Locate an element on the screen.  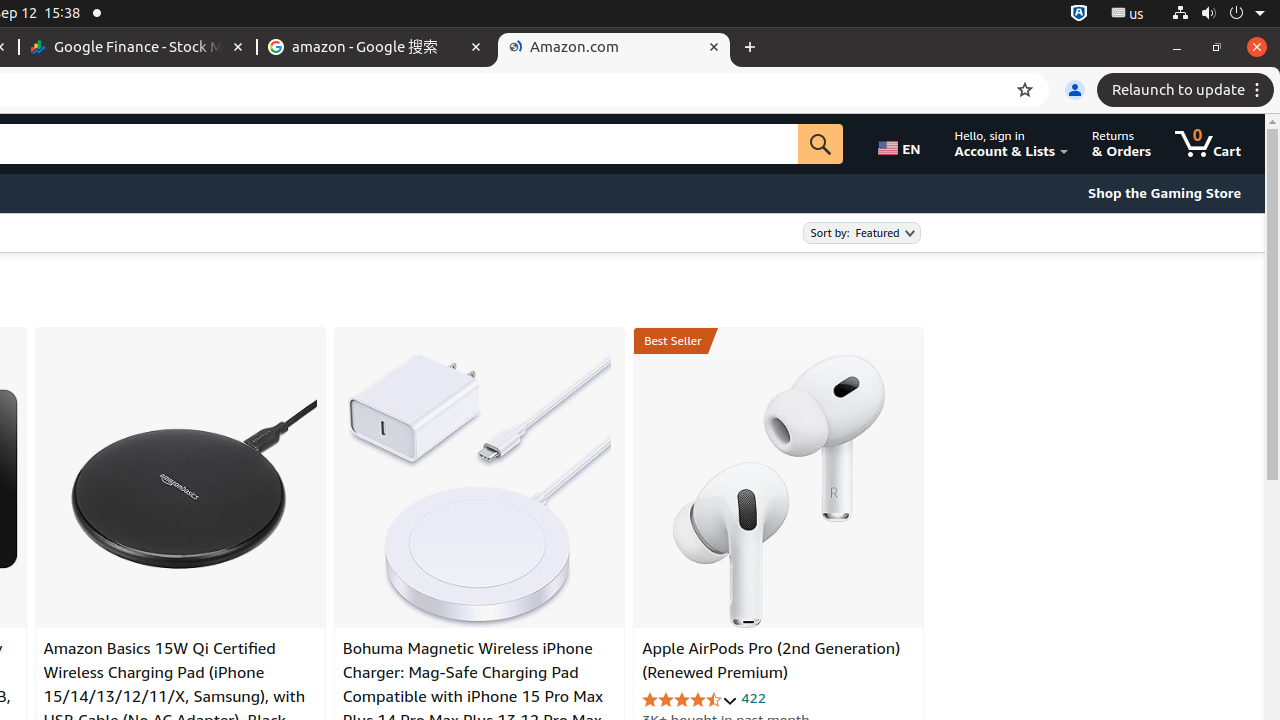
'Apple AirPods Pro (2nd Generation) (Renewed Premium)' is located at coordinates (778, 490).